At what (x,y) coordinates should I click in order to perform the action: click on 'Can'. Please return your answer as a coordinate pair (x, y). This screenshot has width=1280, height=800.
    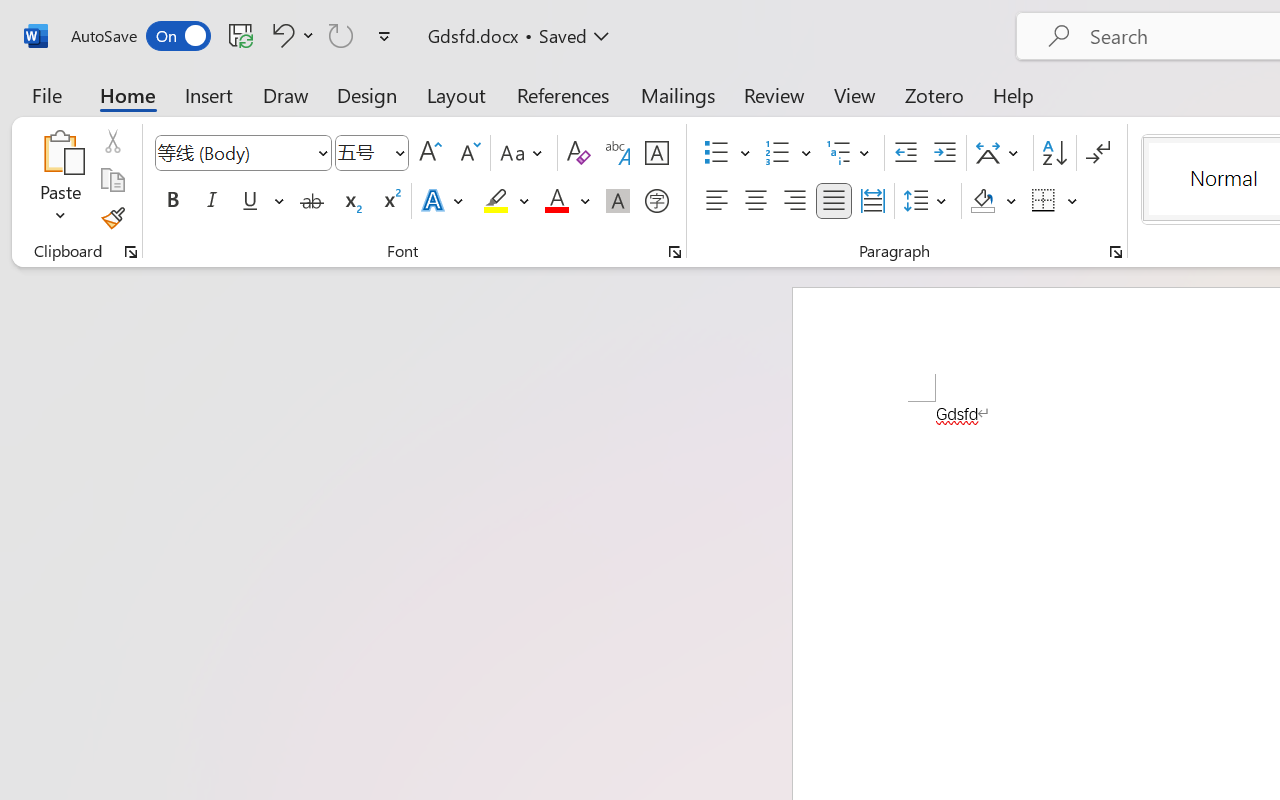
    Looking at the image, I should click on (341, 34).